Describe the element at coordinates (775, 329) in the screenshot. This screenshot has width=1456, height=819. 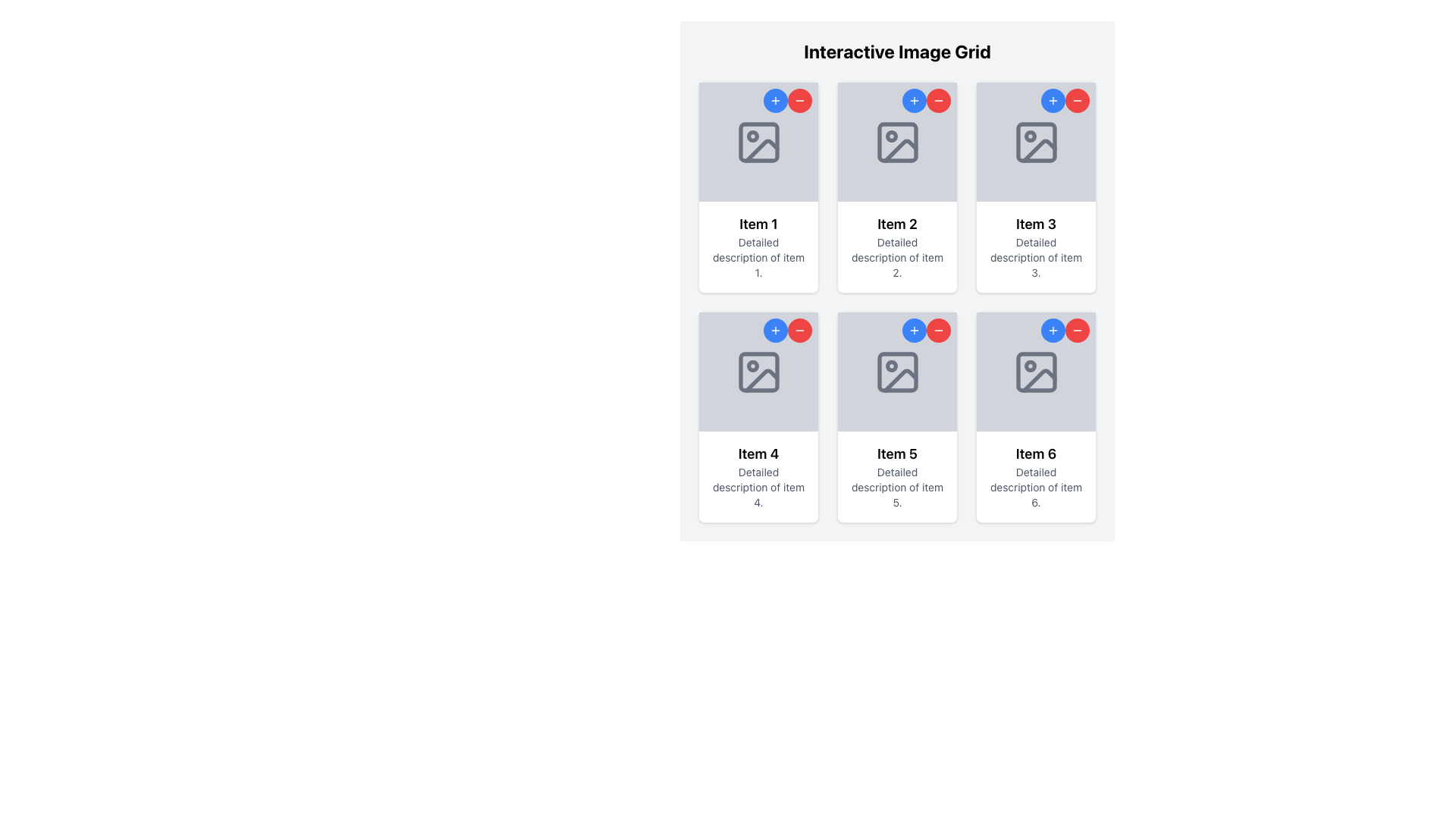
I see `the '+' button located in the top-right corner of the 'Item 4' card` at that location.